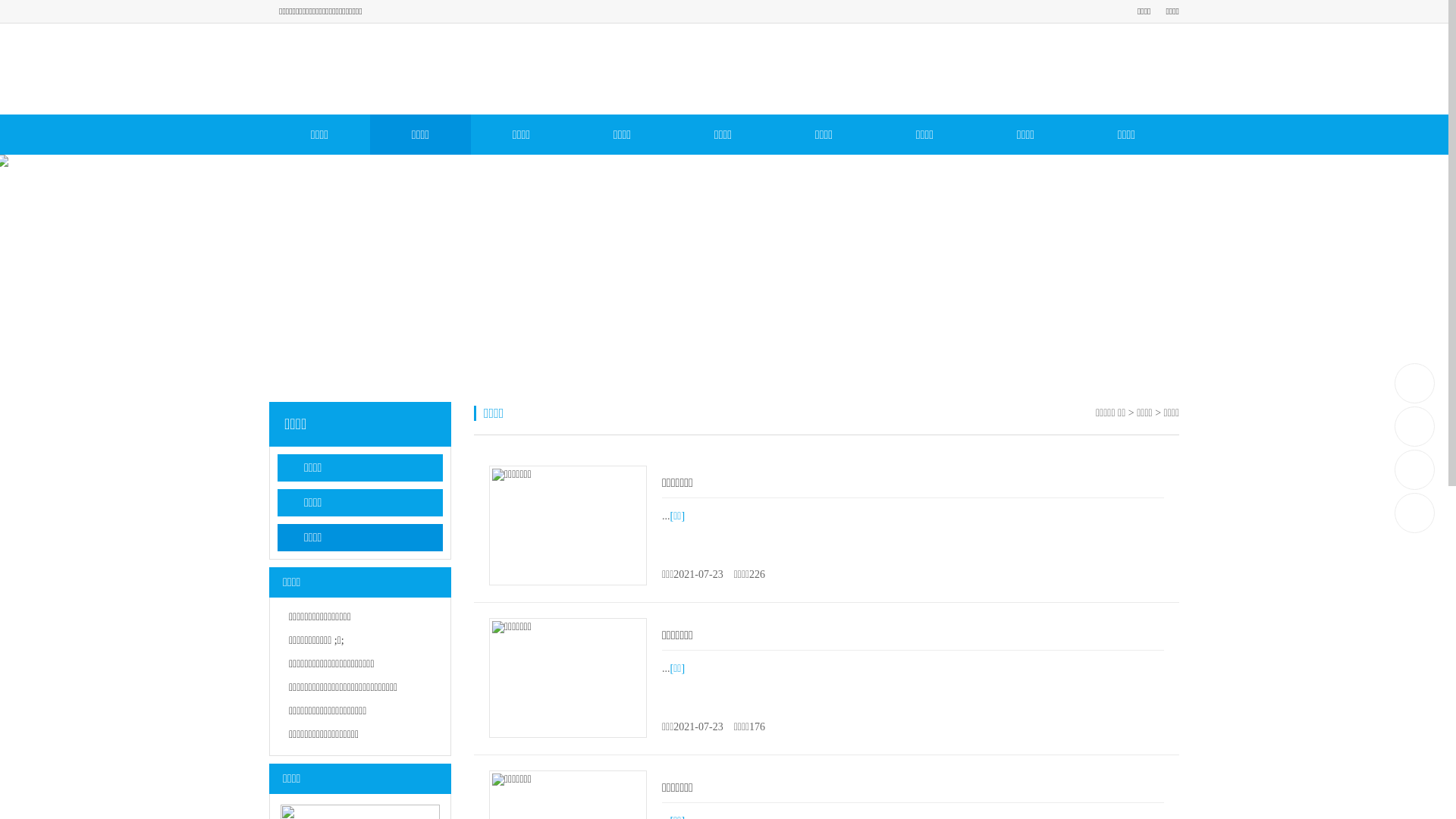 The width and height of the screenshot is (1456, 819). What do you see at coordinates (1414, 382) in the screenshot?
I see `'137-1929-7992'` at bounding box center [1414, 382].